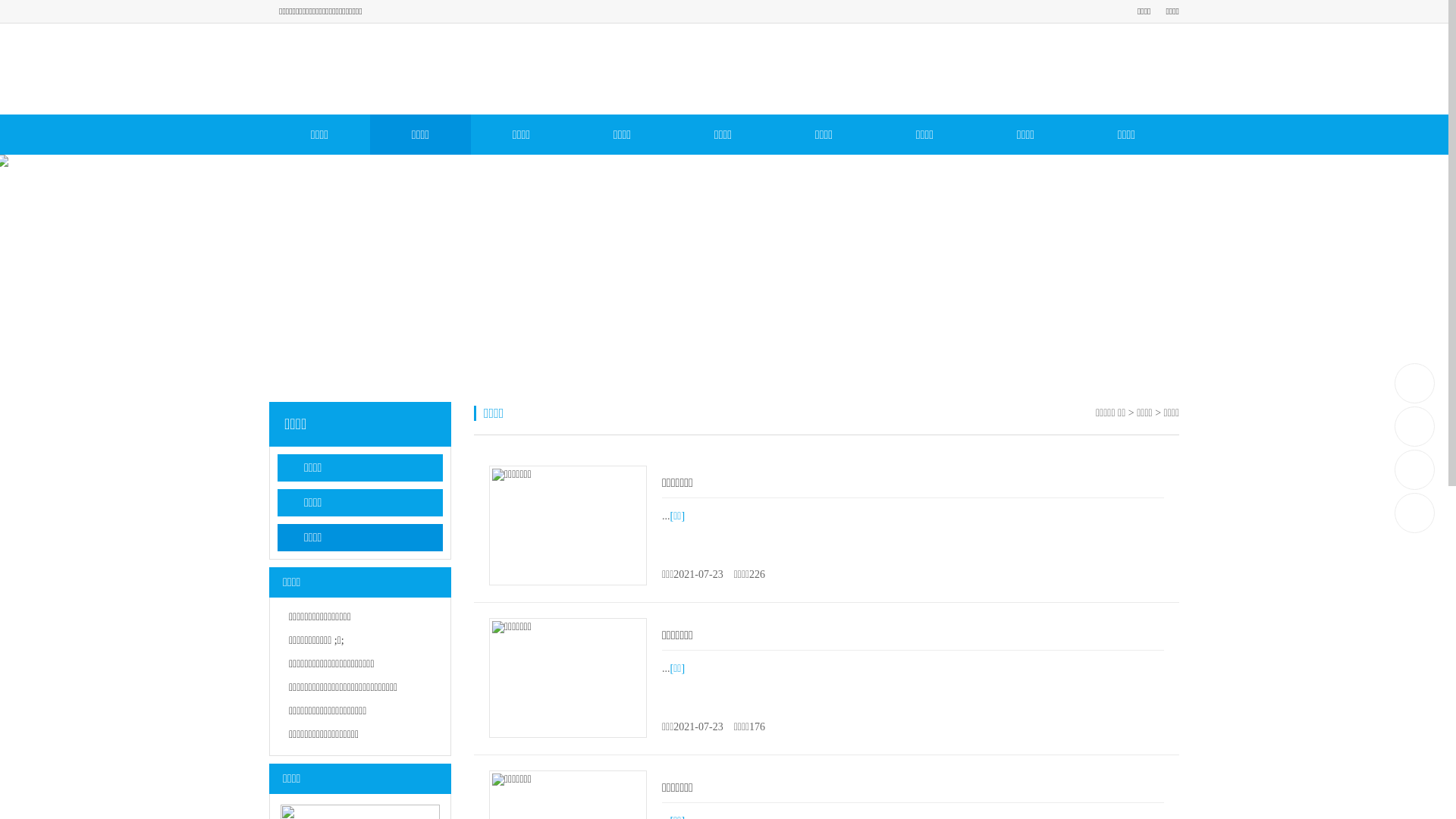 The width and height of the screenshot is (1456, 819). What do you see at coordinates (1414, 382) in the screenshot?
I see `'137-1929-7992'` at bounding box center [1414, 382].